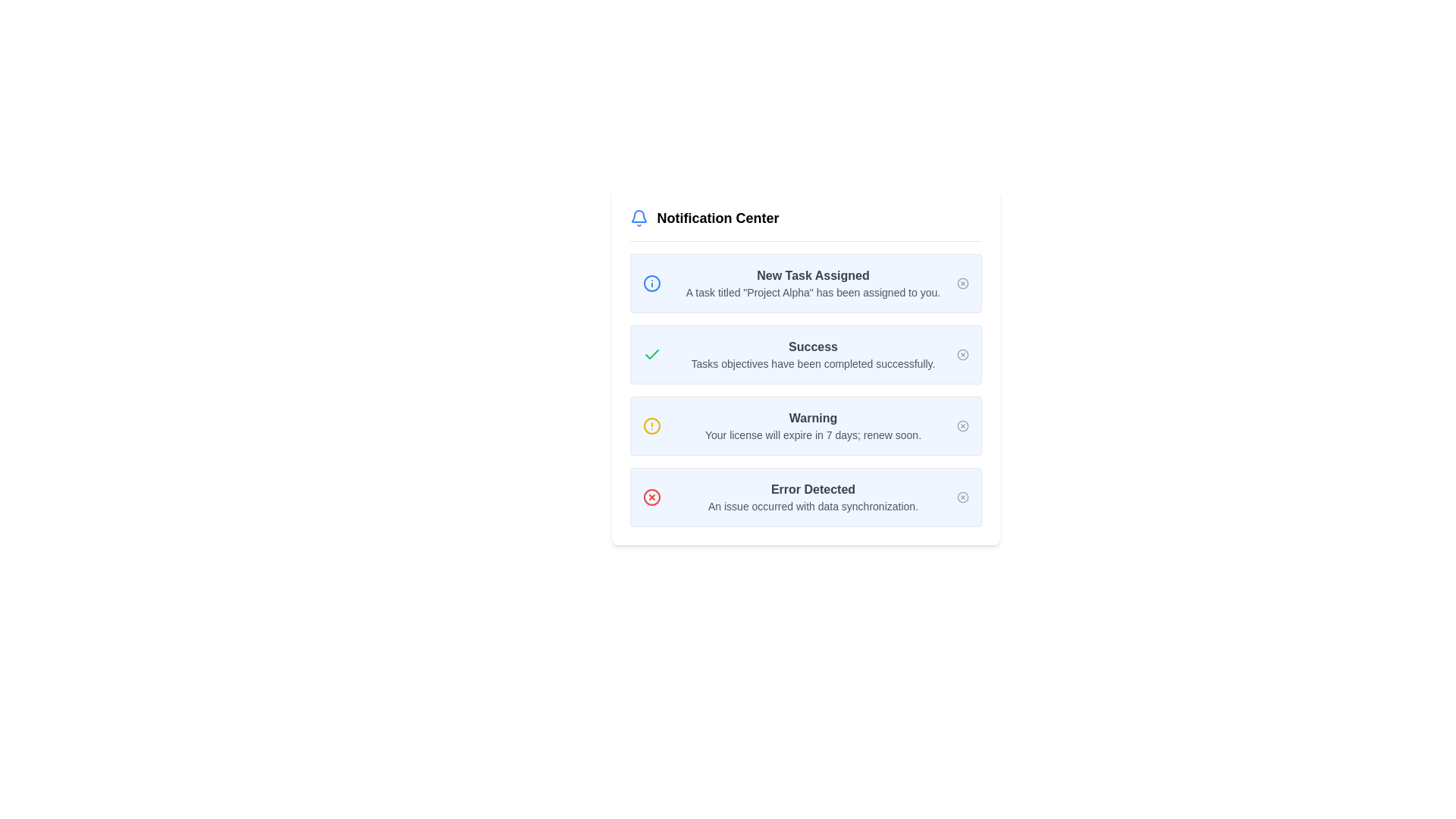 The width and height of the screenshot is (1456, 819). What do you see at coordinates (812, 275) in the screenshot?
I see `the title text of the notification card in the 'Notification Center', which summarizes the content of the notification` at bounding box center [812, 275].